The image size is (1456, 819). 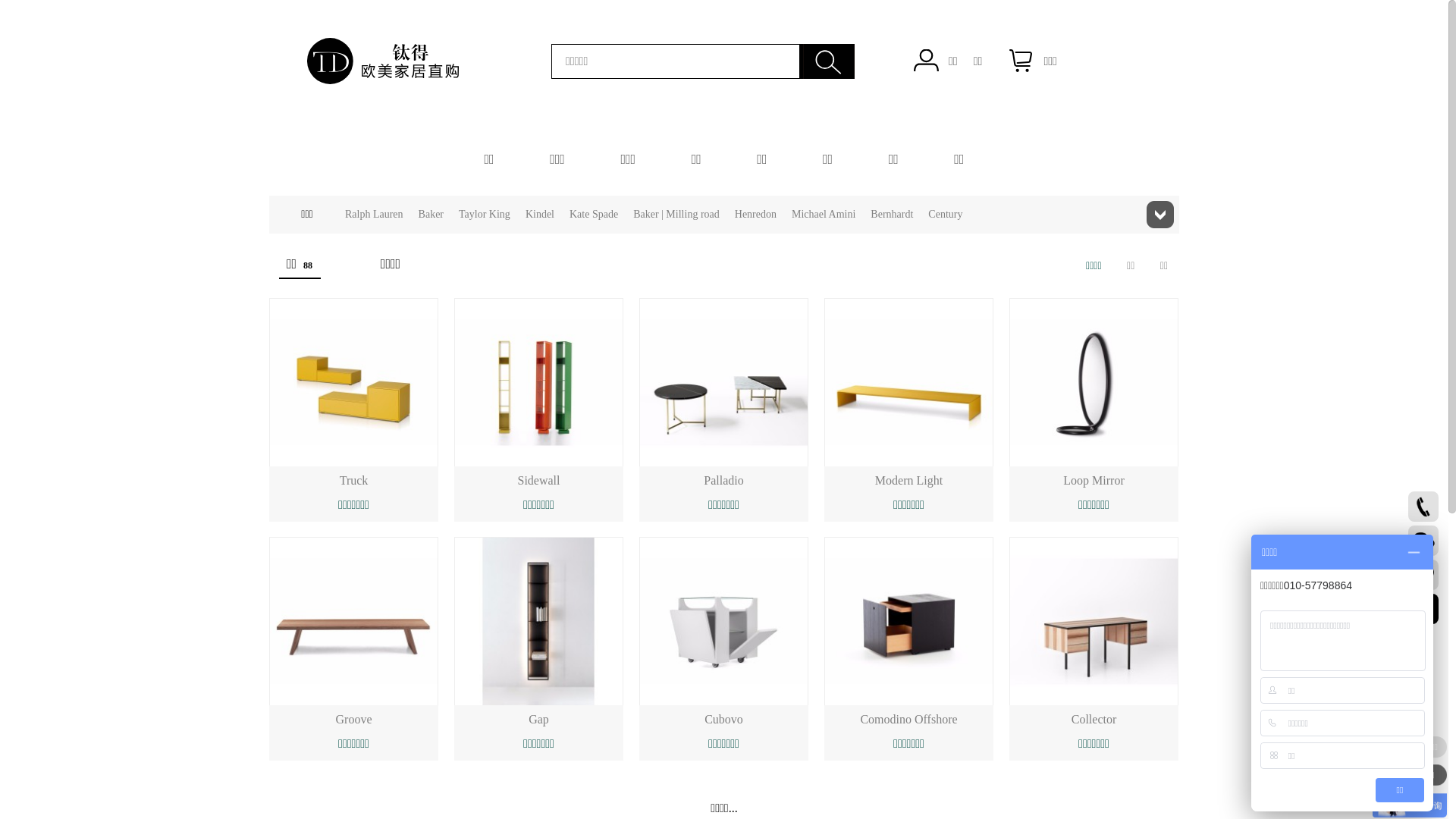 What do you see at coordinates (334, 718) in the screenshot?
I see `'Groove'` at bounding box center [334, 718].